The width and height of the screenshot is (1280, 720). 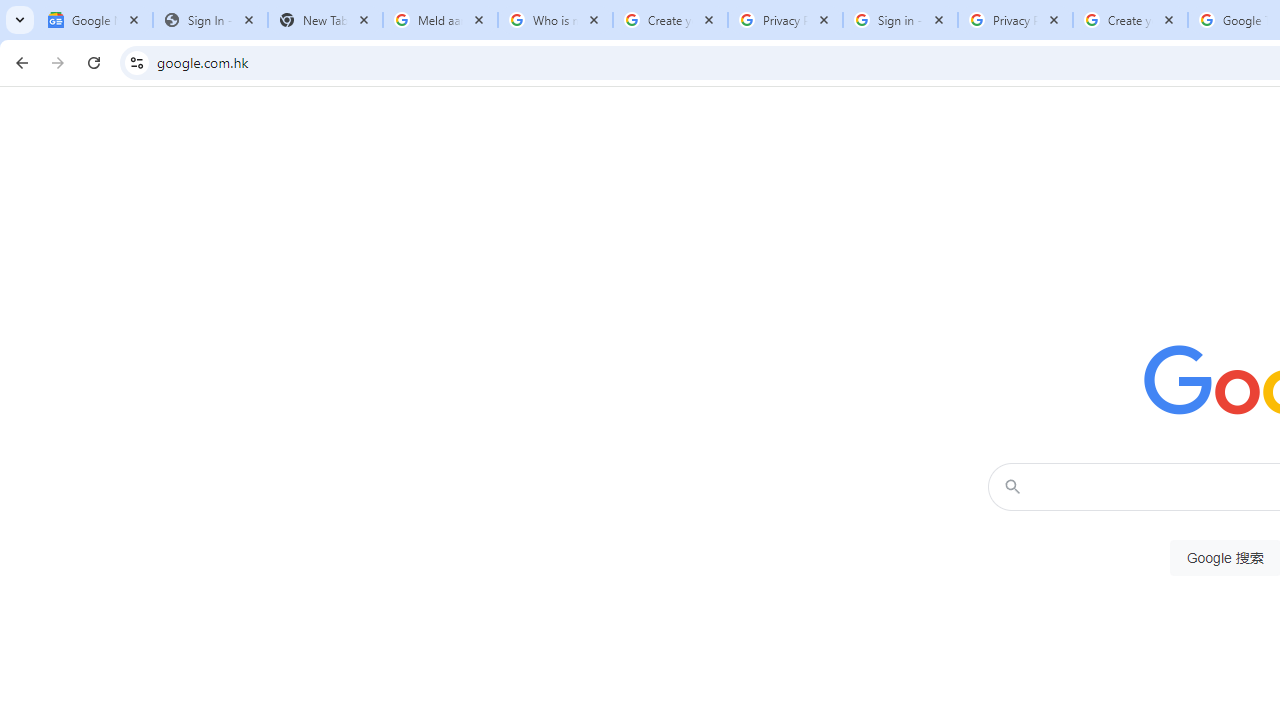 I want to click on 'Who is my administrator? - Google Account Help', so click(x=555, y=20).